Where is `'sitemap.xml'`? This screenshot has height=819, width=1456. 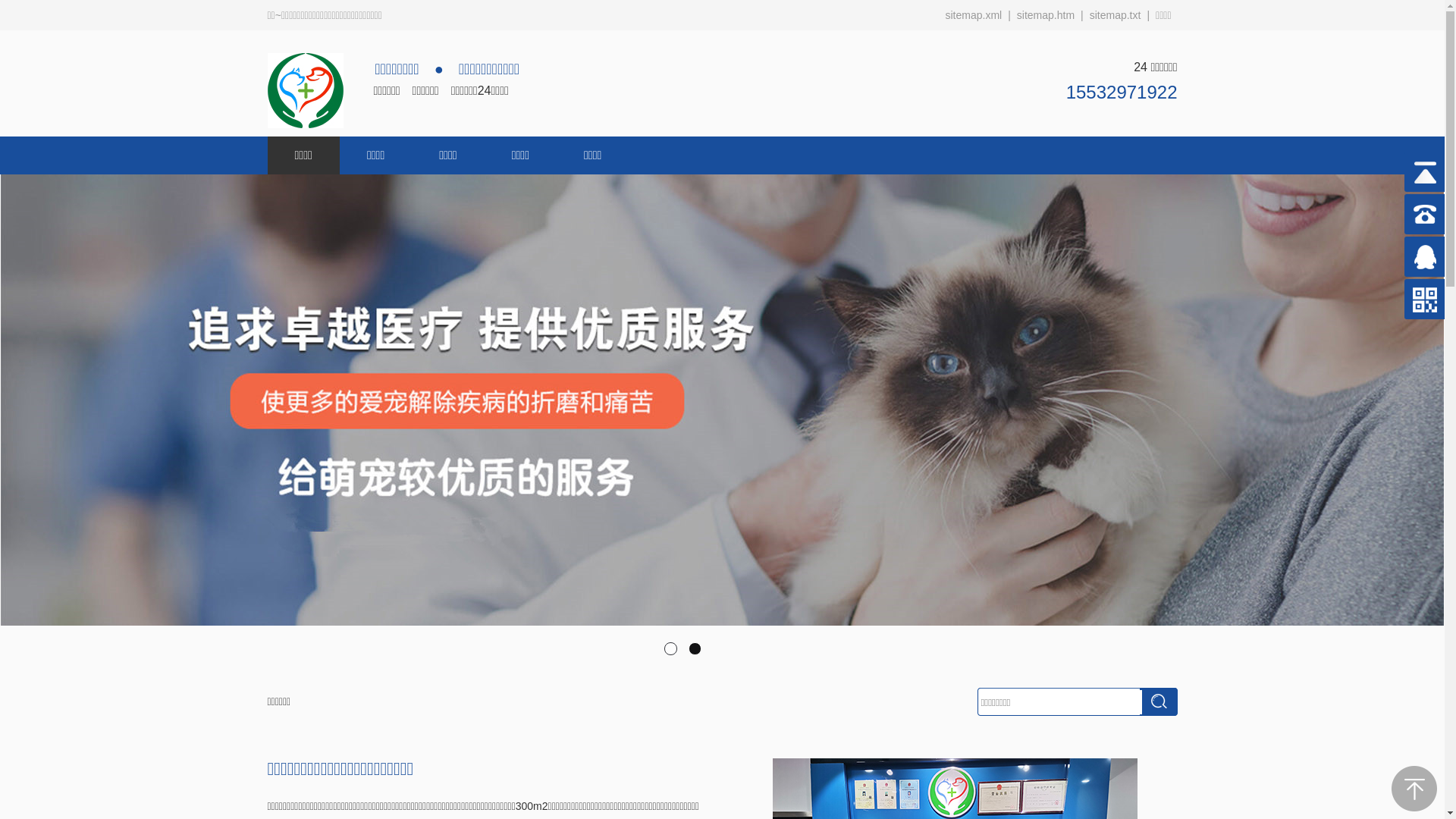 'sitemap.xml' is located at coordinates (973, 14).